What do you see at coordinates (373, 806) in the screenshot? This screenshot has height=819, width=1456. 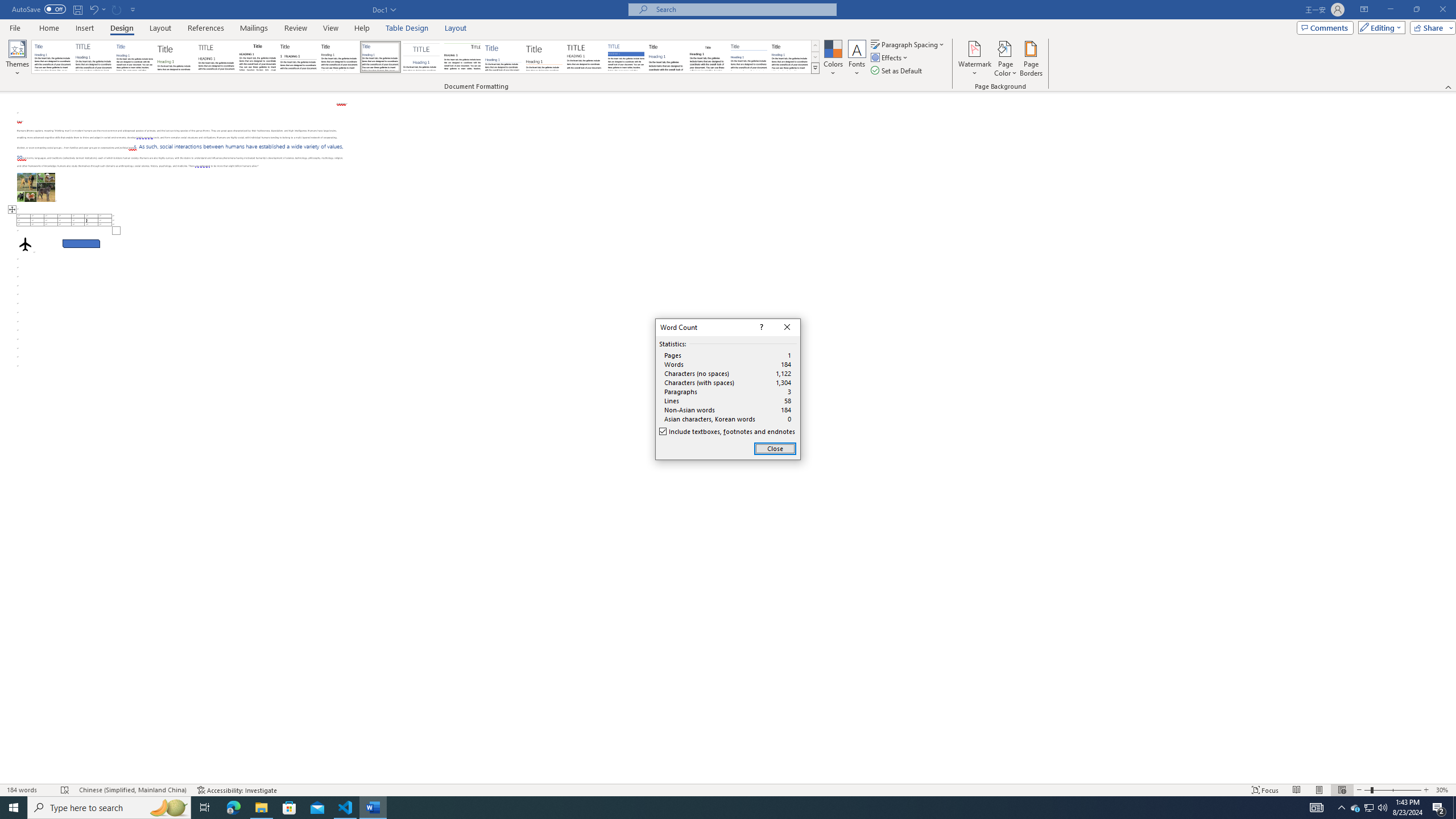 I see `'Word - 1 running window'` at bounding box center [373, 806].